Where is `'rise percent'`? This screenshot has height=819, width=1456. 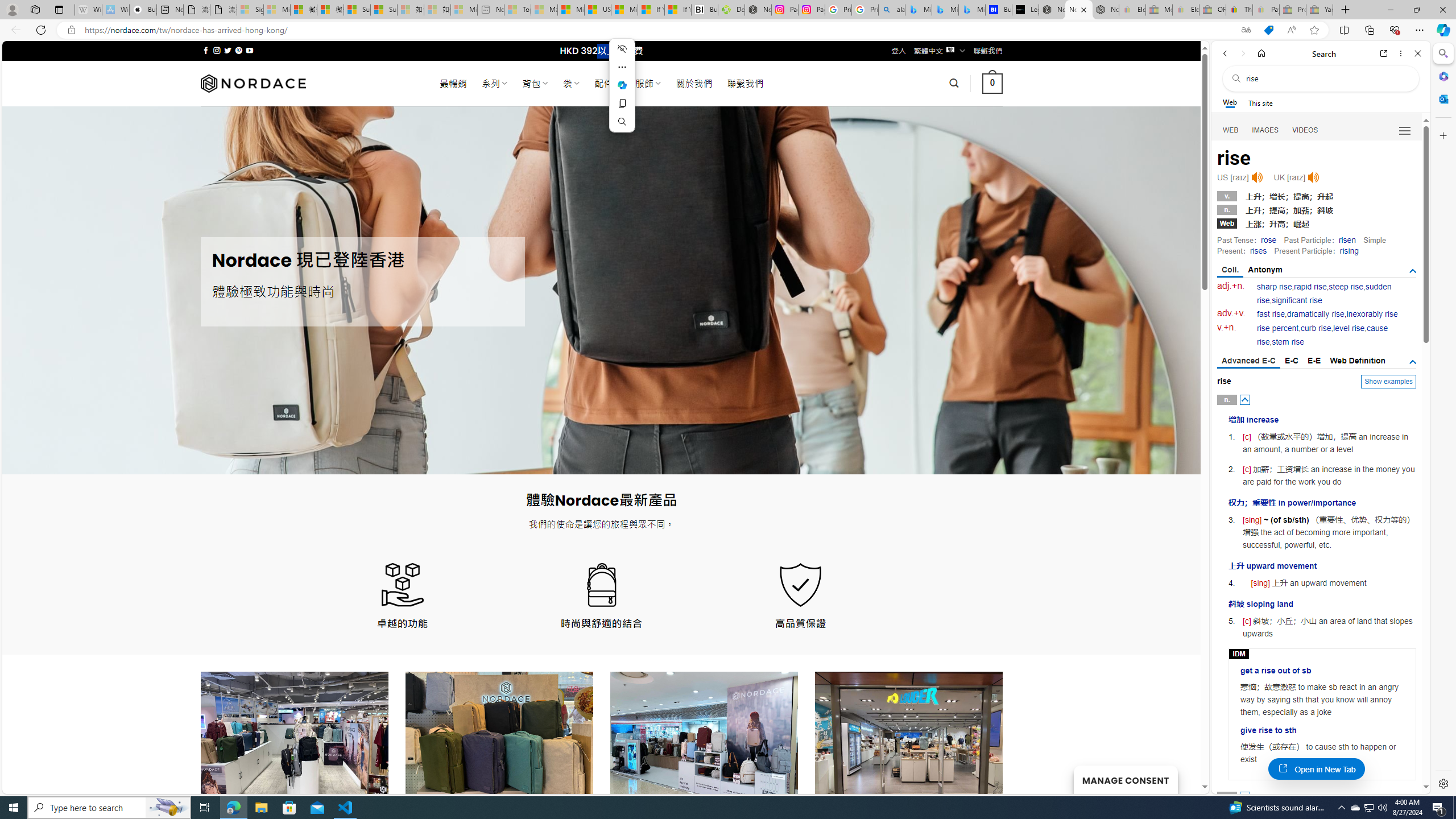 'rise percent' is located at coordinates (1277, 328).